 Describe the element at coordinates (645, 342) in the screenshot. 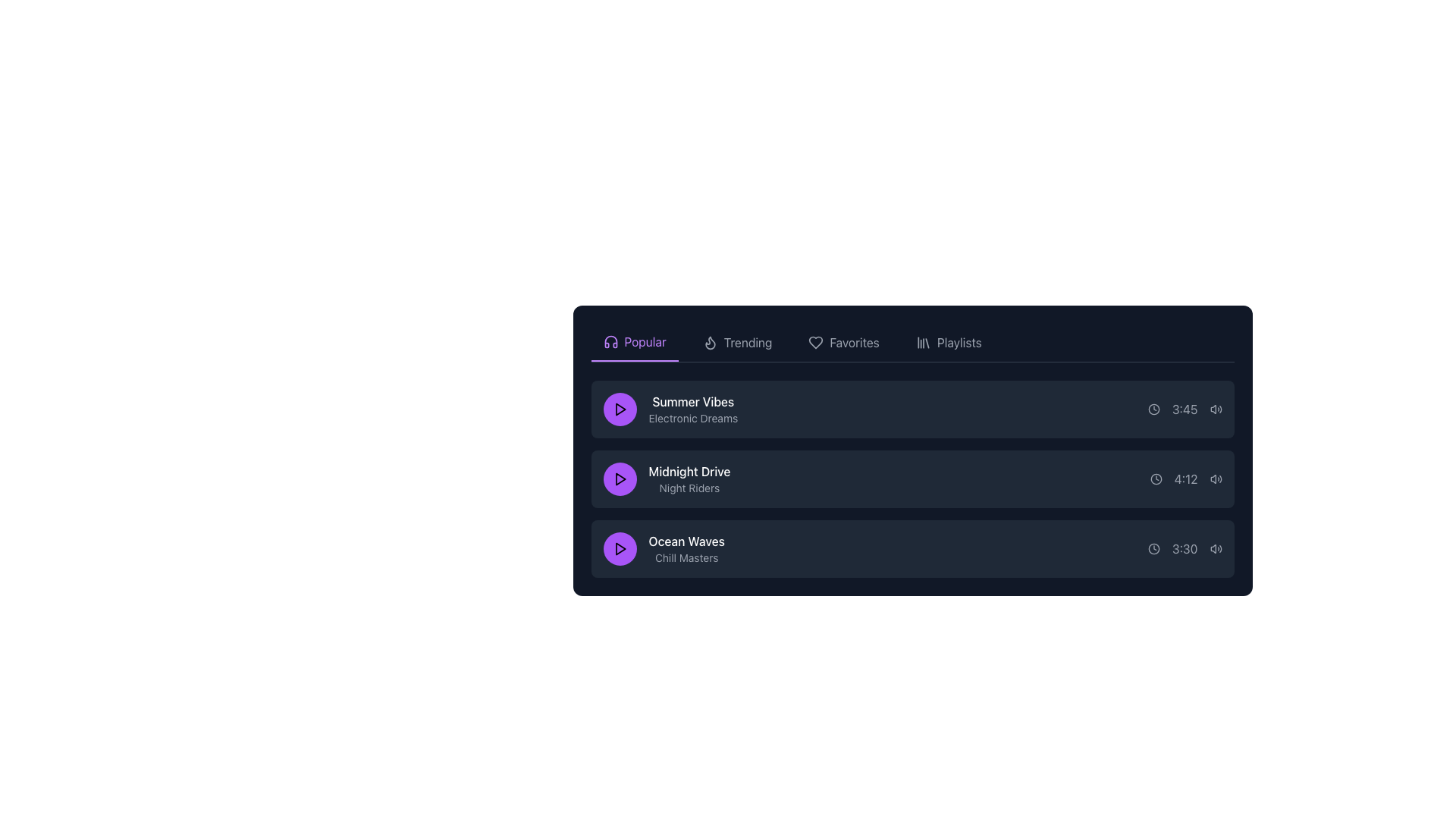

I see `the 'Popular' text label in the navigation menu` at that location.